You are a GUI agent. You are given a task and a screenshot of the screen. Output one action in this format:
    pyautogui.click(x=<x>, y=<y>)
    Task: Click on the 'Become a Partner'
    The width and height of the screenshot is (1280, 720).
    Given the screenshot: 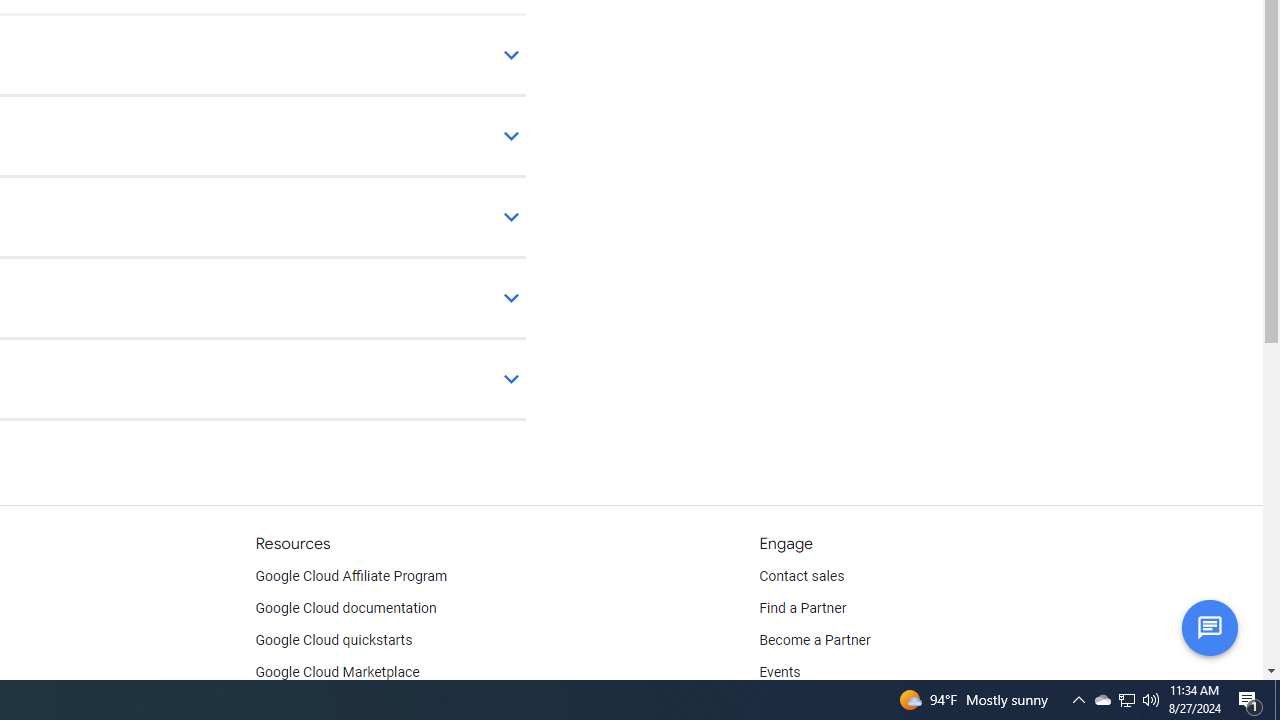 What is the action you would take?
    pyautogui.click(x=814, y=640)
    